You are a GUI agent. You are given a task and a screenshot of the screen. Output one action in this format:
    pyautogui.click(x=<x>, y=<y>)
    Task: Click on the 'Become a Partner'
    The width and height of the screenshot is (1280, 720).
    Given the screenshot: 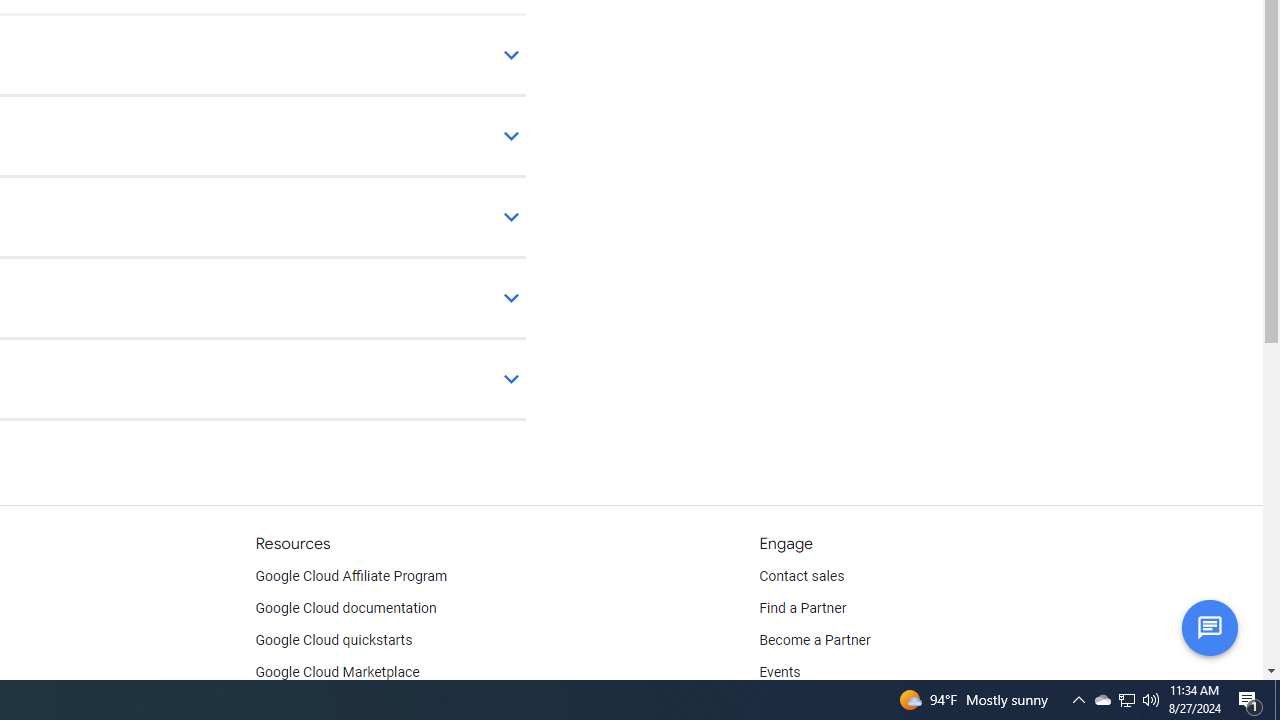 What is the action you would take?
    pyautogui.click(x=814, y=640)
    